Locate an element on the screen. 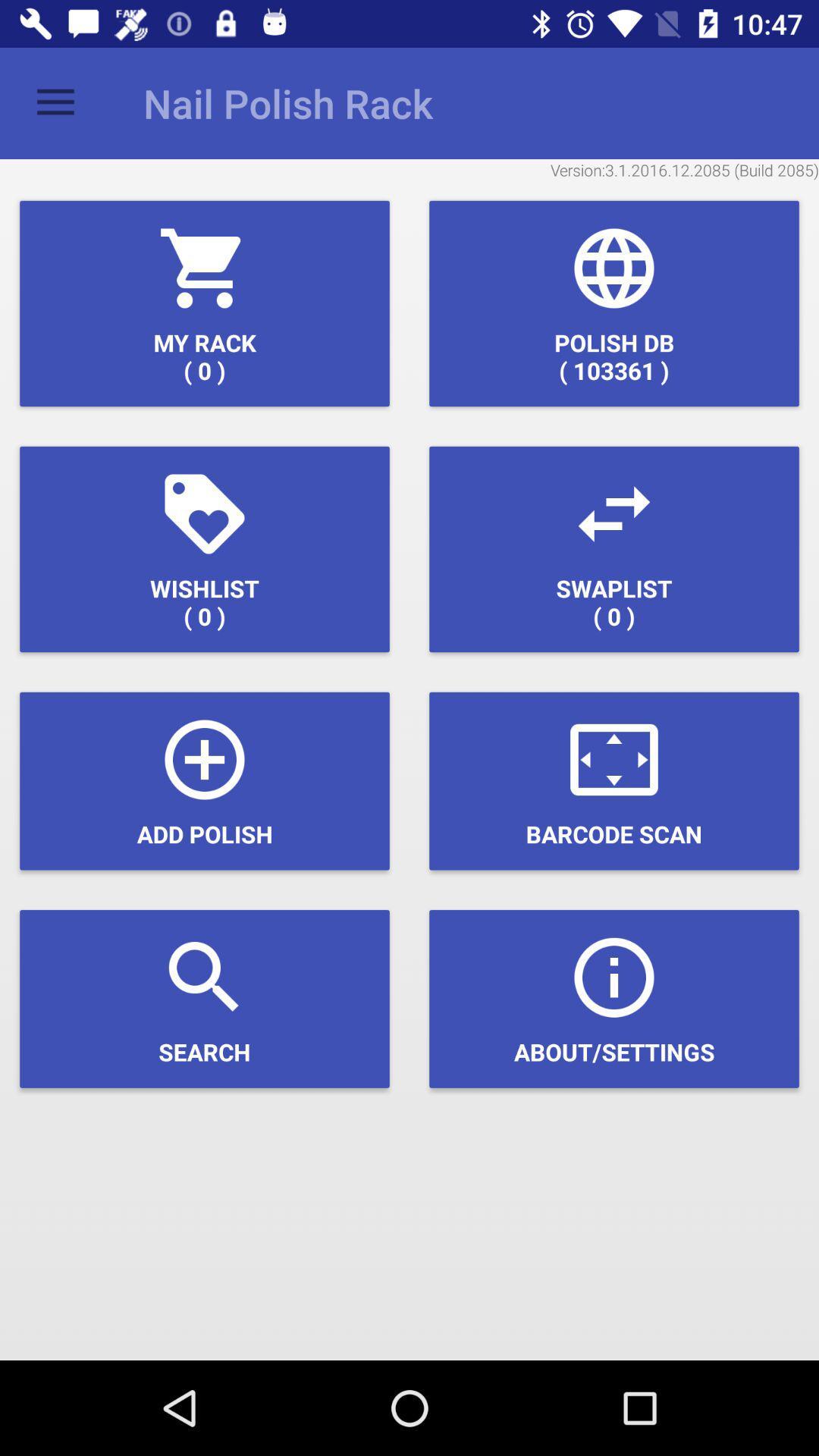 The image size is (819, 1456). icon next to the polish db is located at coordinates (205, 303).